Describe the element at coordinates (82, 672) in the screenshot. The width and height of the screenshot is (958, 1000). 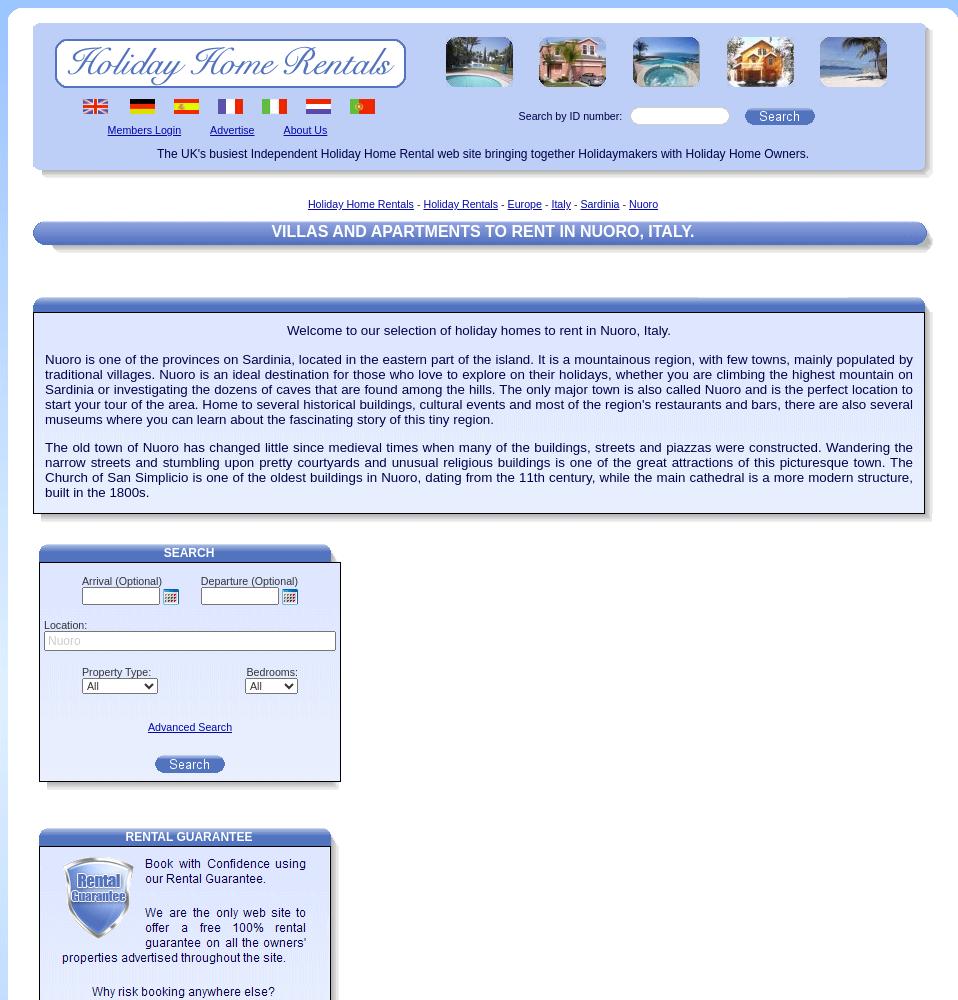
I see `'Property Type:'` at that location.